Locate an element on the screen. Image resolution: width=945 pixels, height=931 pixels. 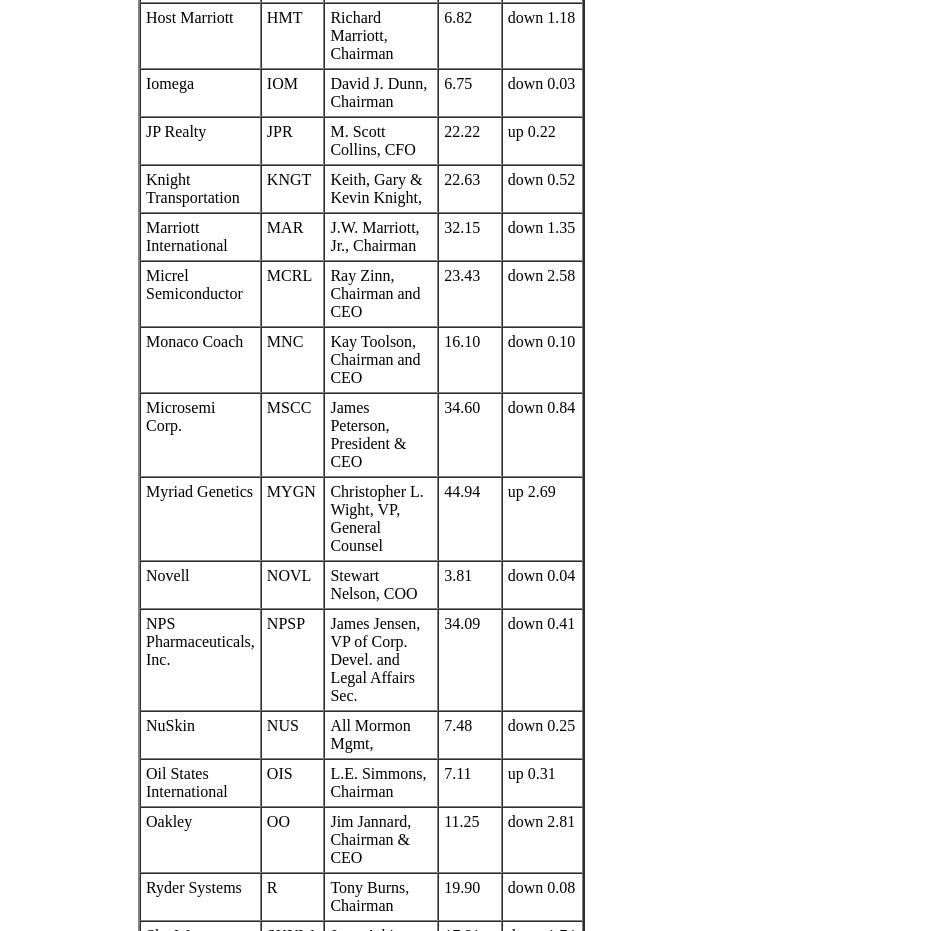
'down 0.52' is located at coordinates (505, 178).